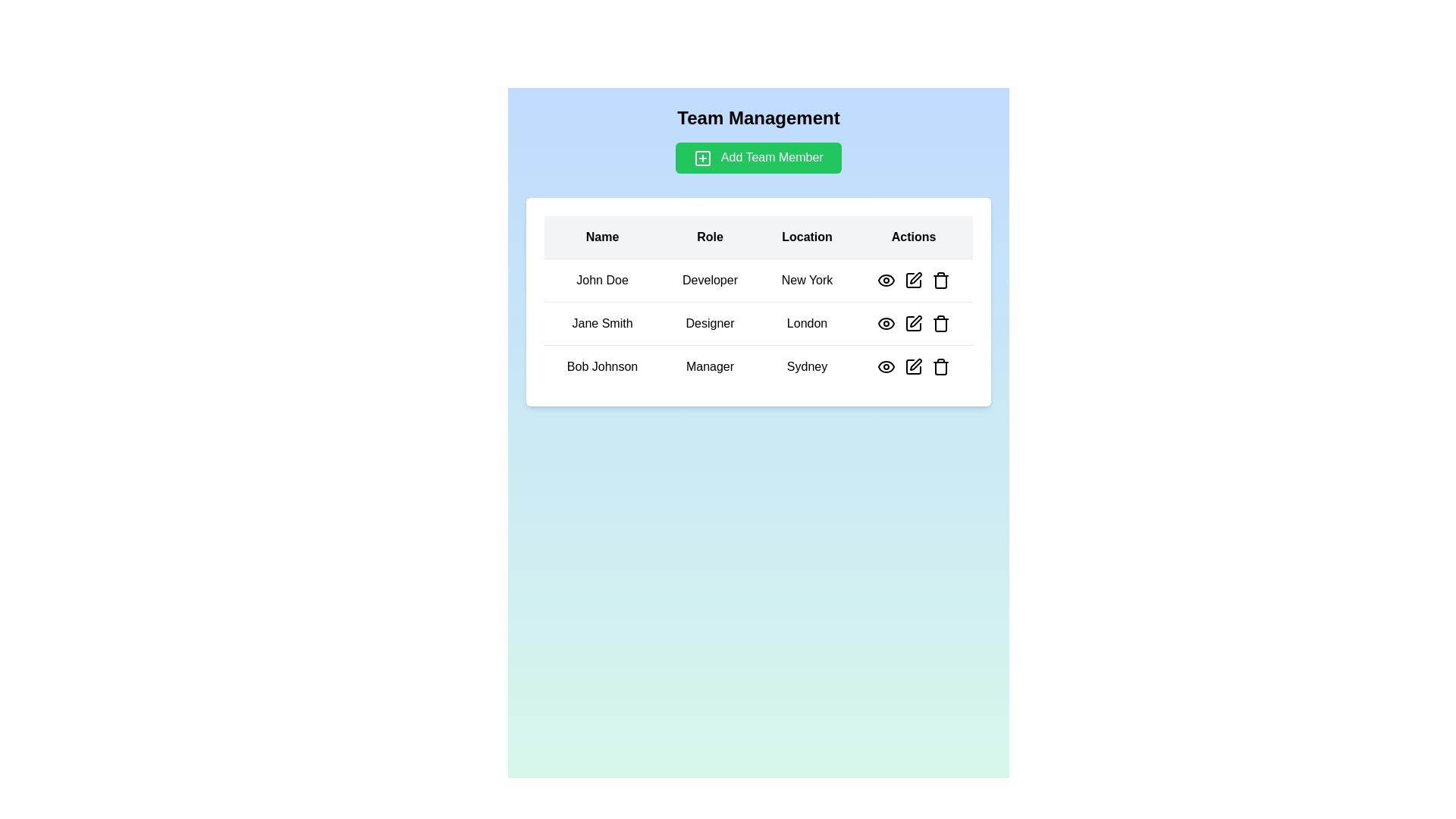  I want to click on label of the 'Name' column header cell in the table, which is the first header in the table row, so click(601, 237).